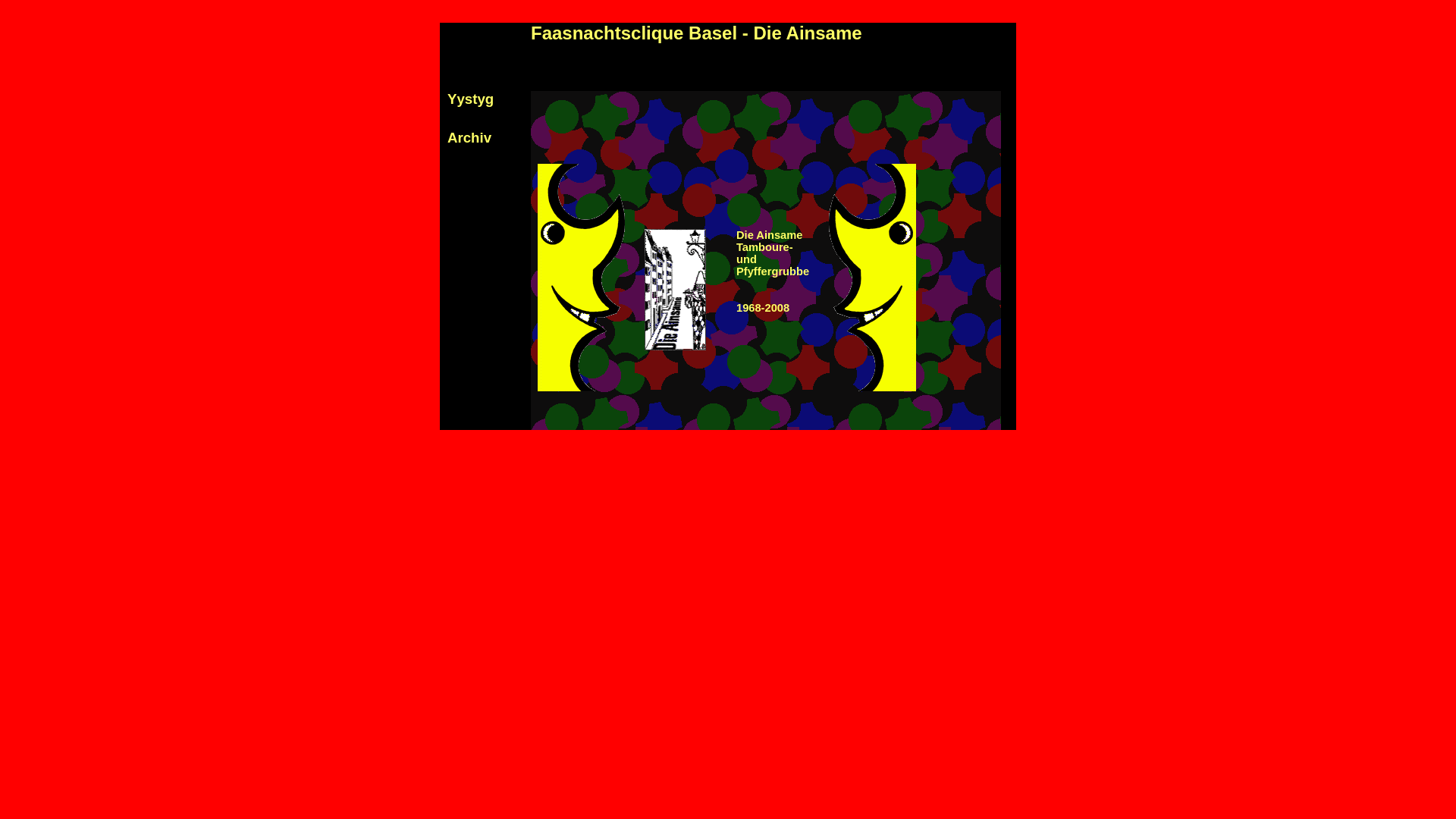 This screenshot has height=819, width=1456. What do you see at coordinates (469, 137) in the screenshot?
I see `'Archiv'` at bounding box center [469, 137].